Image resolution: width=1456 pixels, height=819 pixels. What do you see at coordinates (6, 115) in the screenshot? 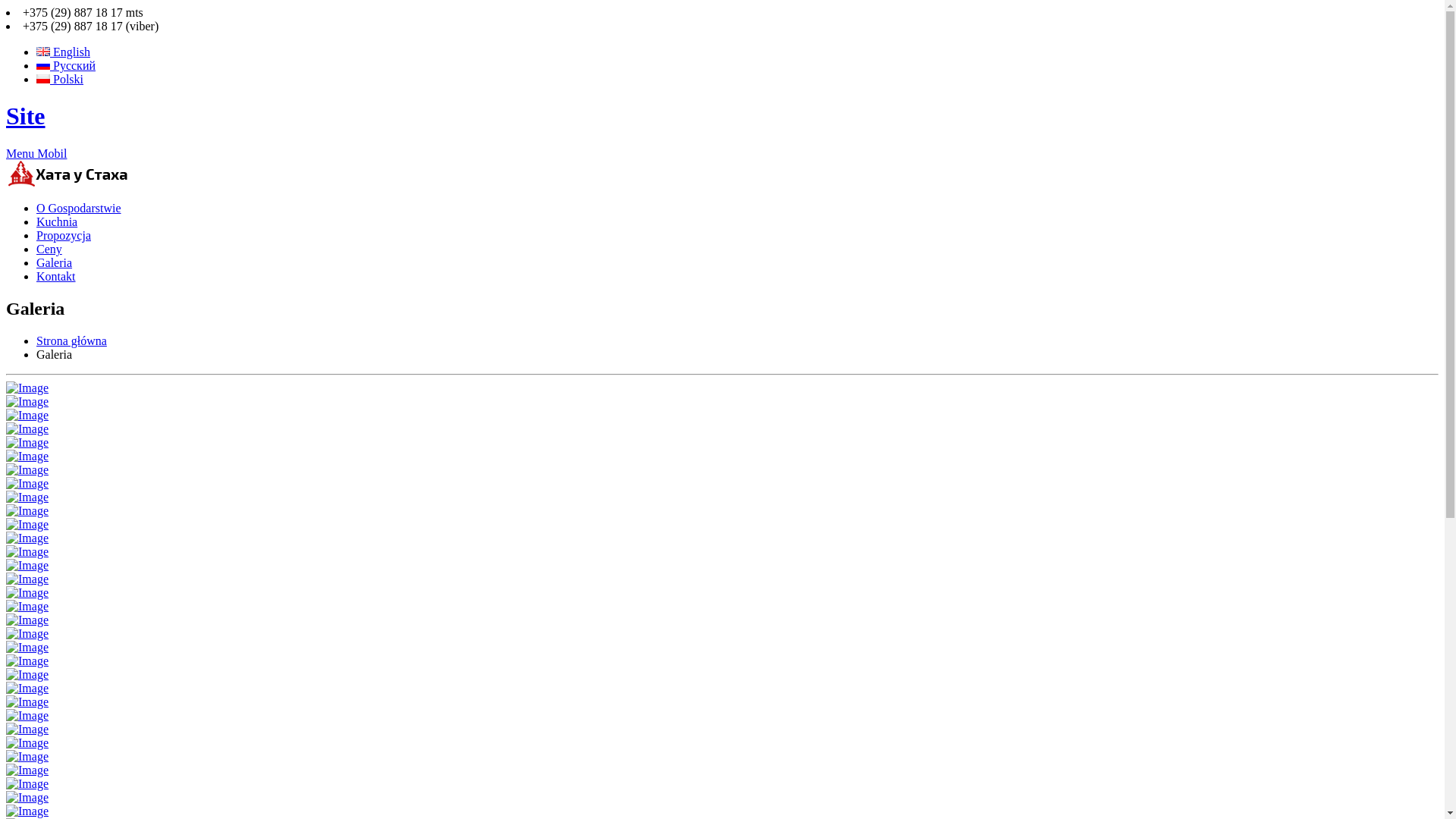
I see `'Site'` at bounding box center [6, 115].